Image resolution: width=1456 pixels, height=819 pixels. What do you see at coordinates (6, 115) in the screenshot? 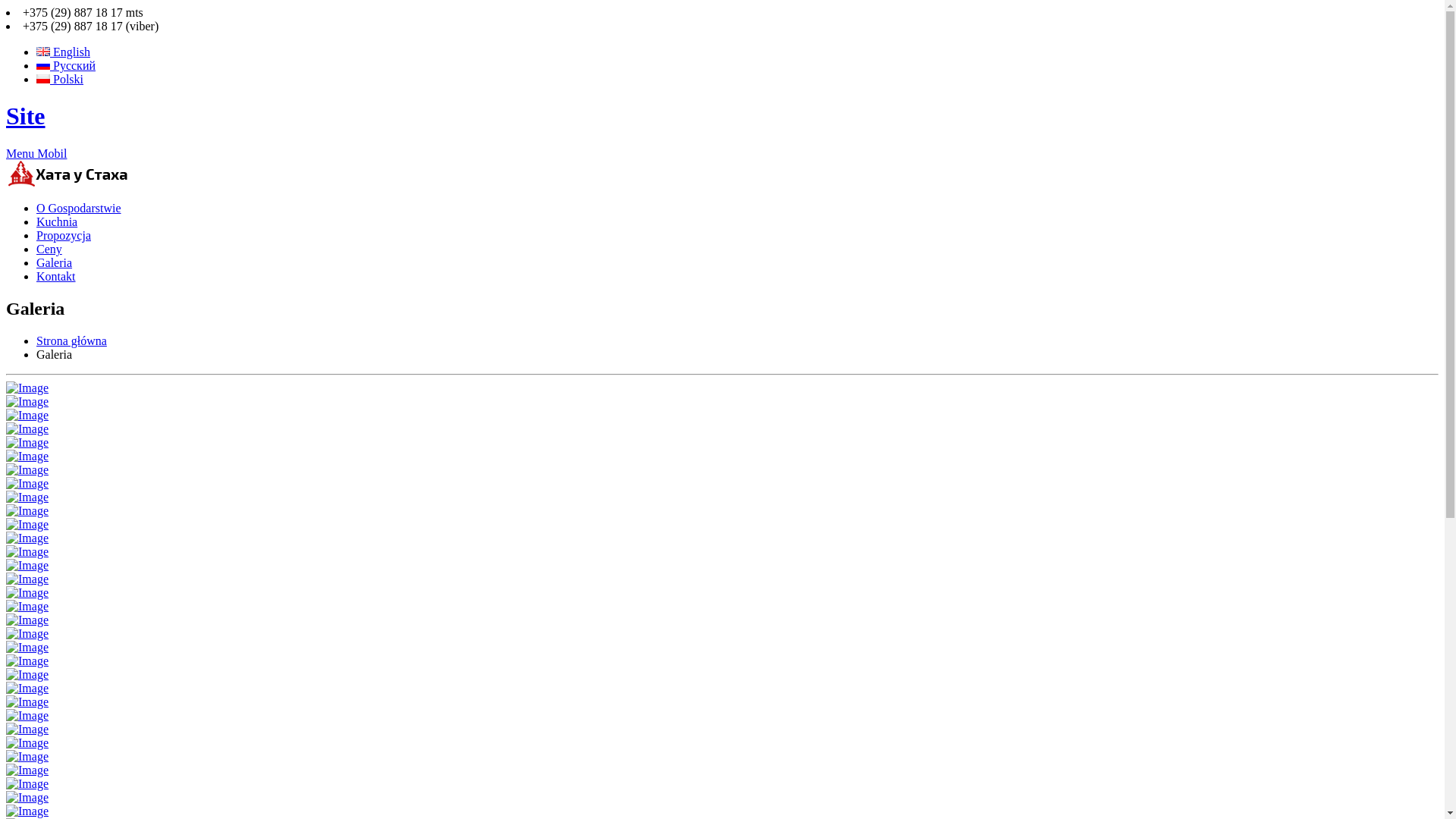
I see `'Site'` at bounding box center [6, 115].